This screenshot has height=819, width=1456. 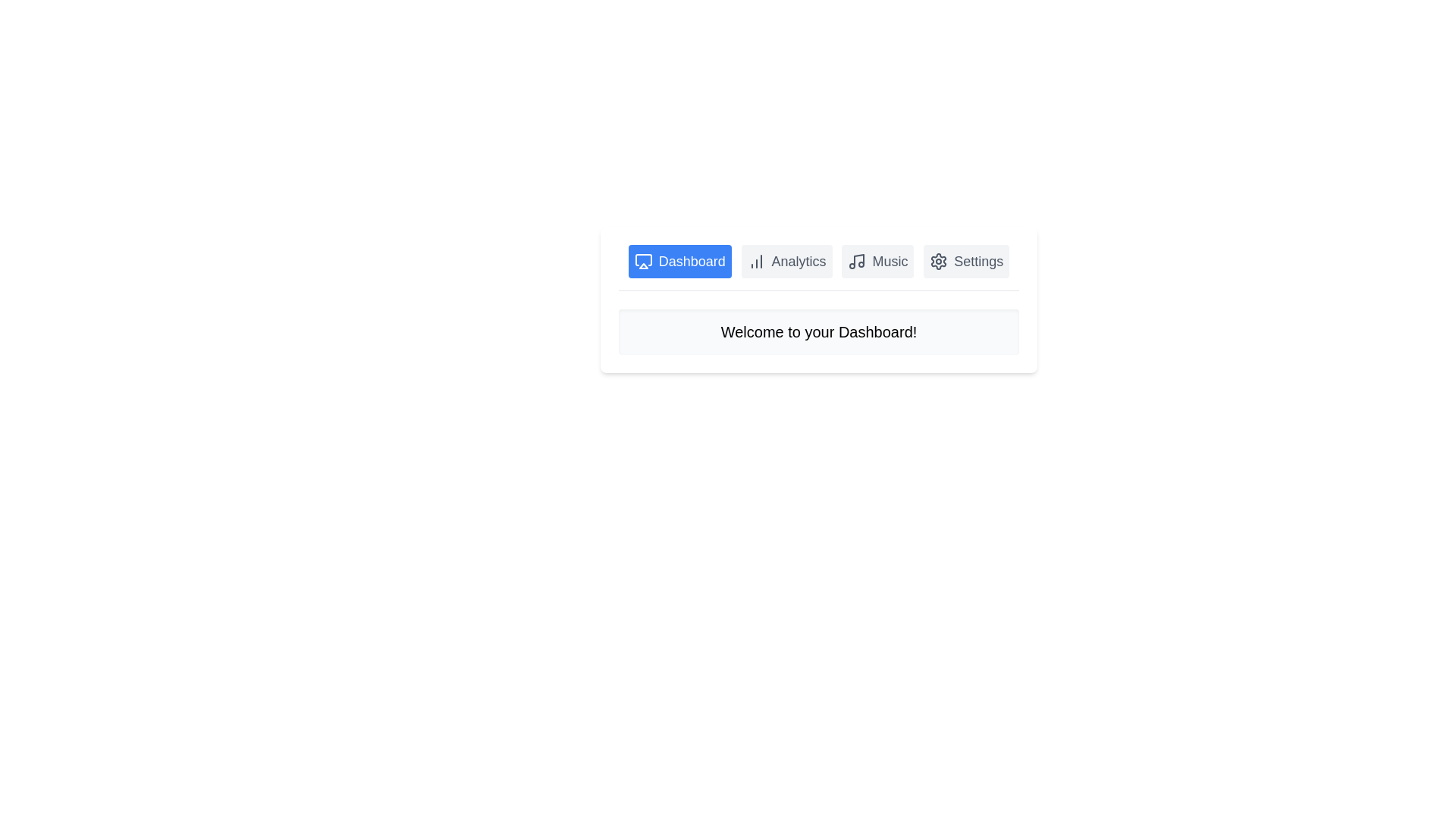 What do you see at coordinates (938, 260) in the screenshot?
I see `the settings icon located in the navigation bar for keyboard navigation` at bounding box center [938, 260].